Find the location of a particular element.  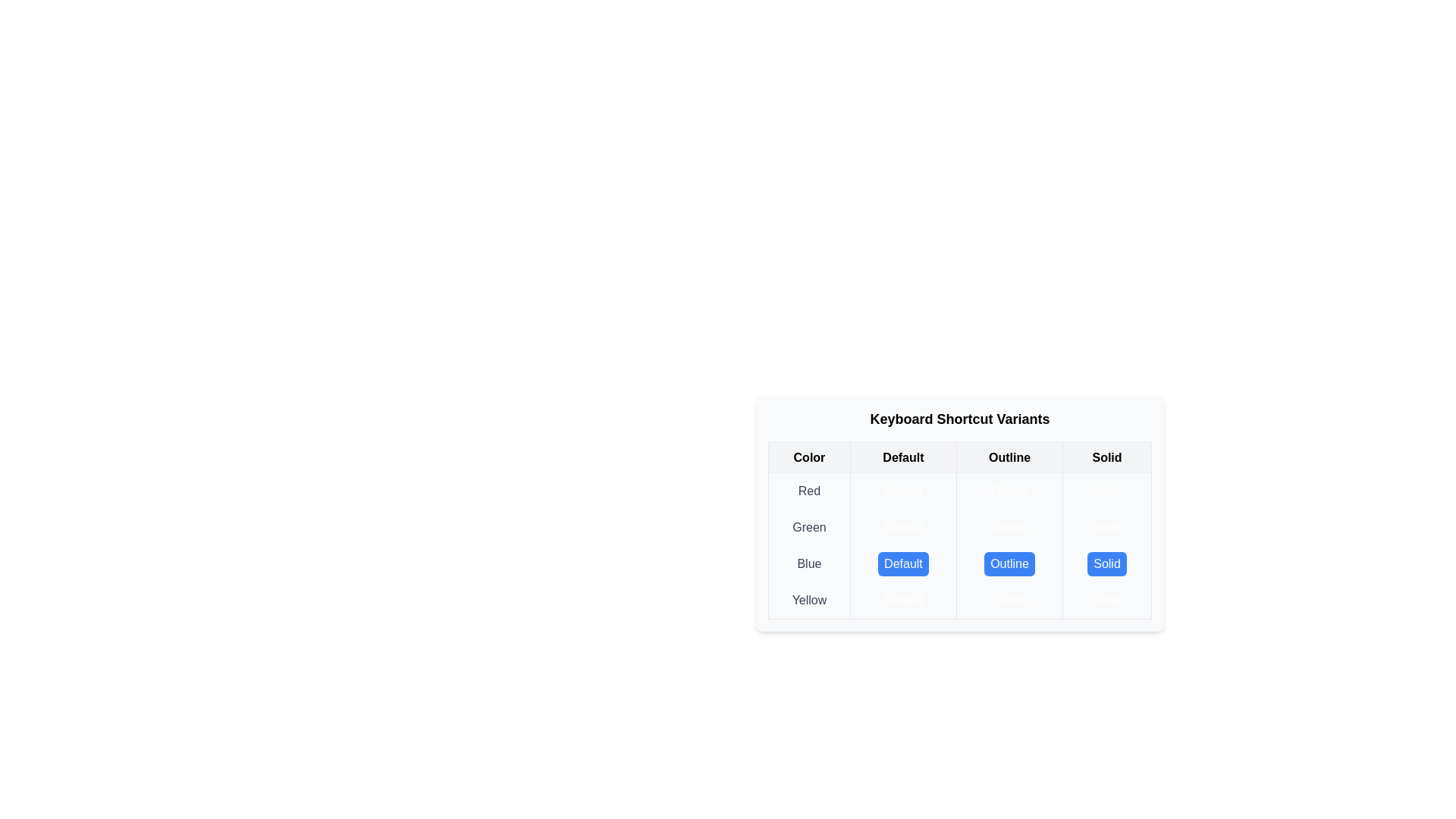

the table header that categorizes color types and button styles ('Default', 'Outline', and 'Solid') via keyboard navigation is located at coordinates (959, 457).